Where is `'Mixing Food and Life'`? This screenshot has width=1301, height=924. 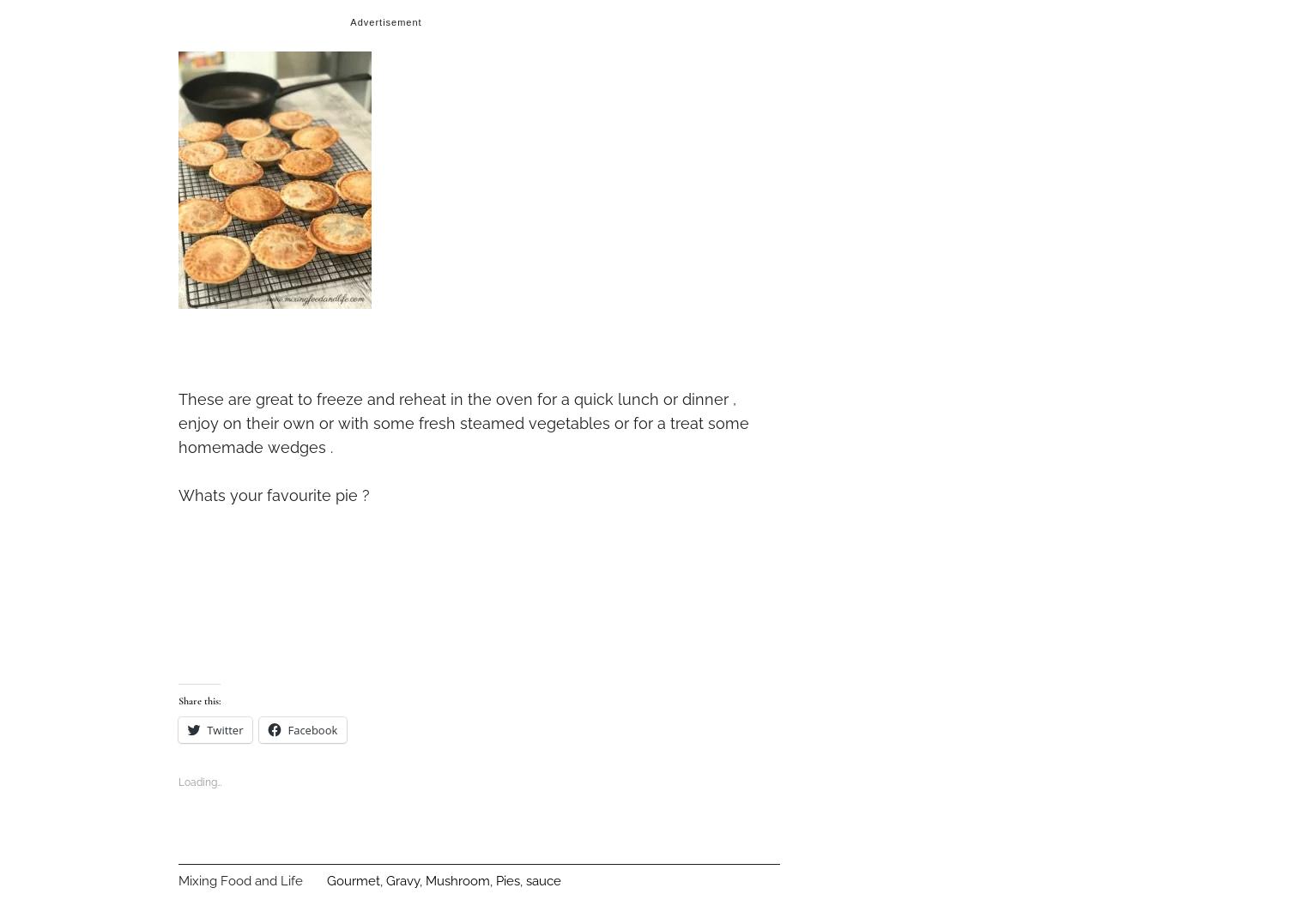
'Mixing Food and Life' is located at coordinates (240, 879).